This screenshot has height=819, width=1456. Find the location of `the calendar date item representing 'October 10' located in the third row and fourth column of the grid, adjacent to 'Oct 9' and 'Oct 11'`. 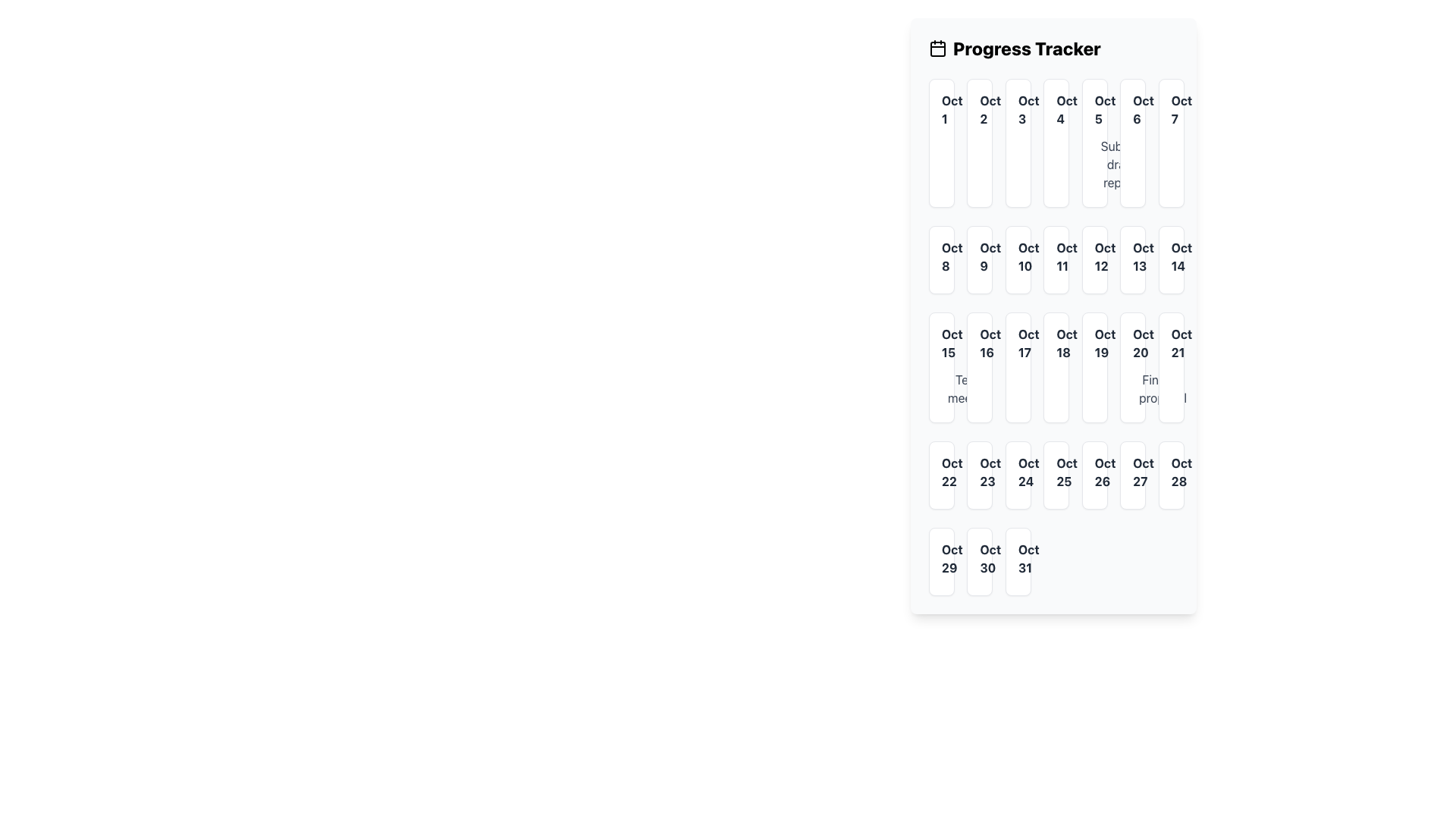

the calendar date item representing 'October 10' located in the third row and fourth column of the grid, adjacent to 'Oct 9' and 'Oct 11' is located at coordinates (1018, 259).